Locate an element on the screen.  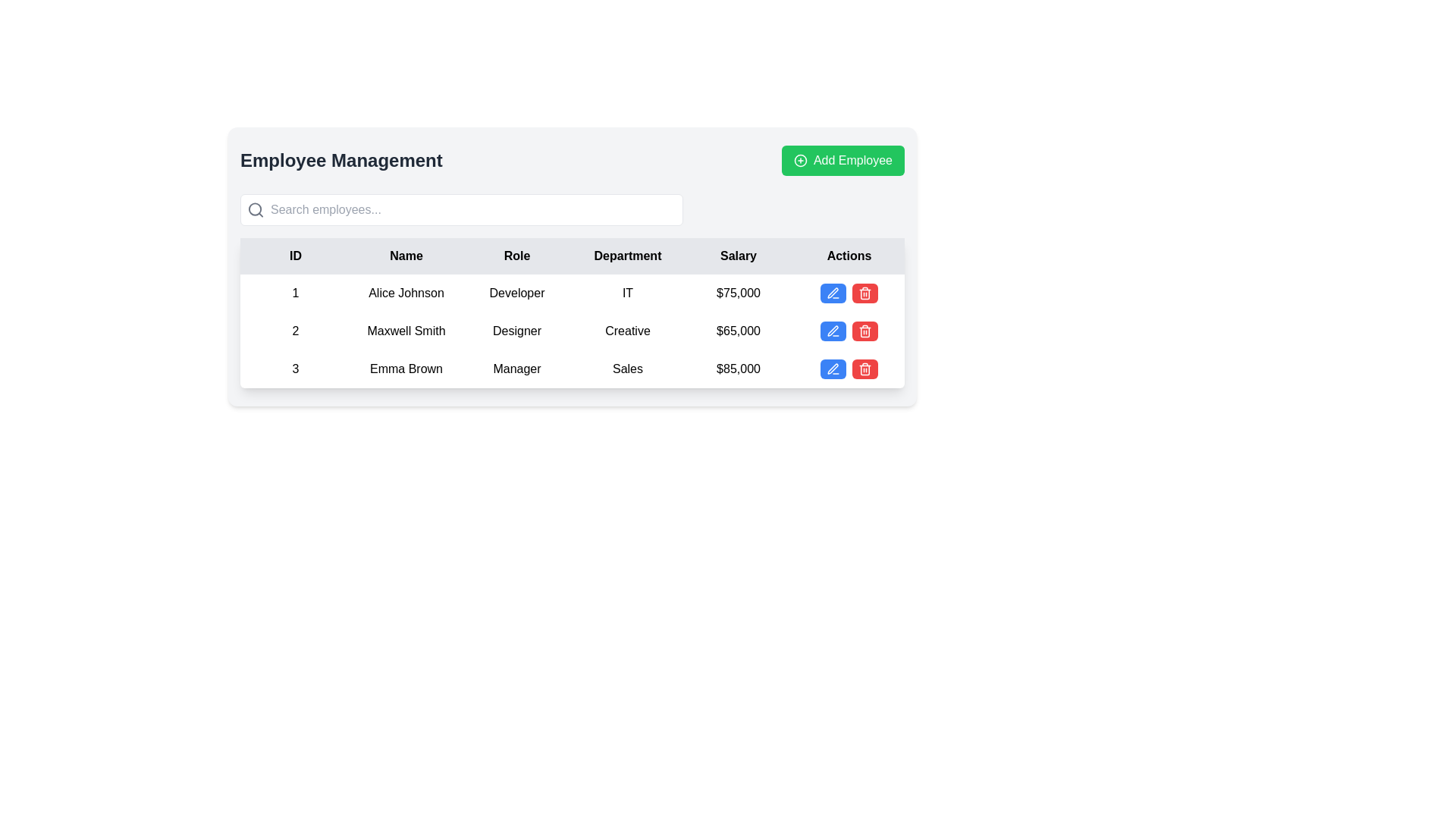
the small red button with a trashcan icon in the last column of the third row in the data table to change its background color is located at coordinates (865, 369).